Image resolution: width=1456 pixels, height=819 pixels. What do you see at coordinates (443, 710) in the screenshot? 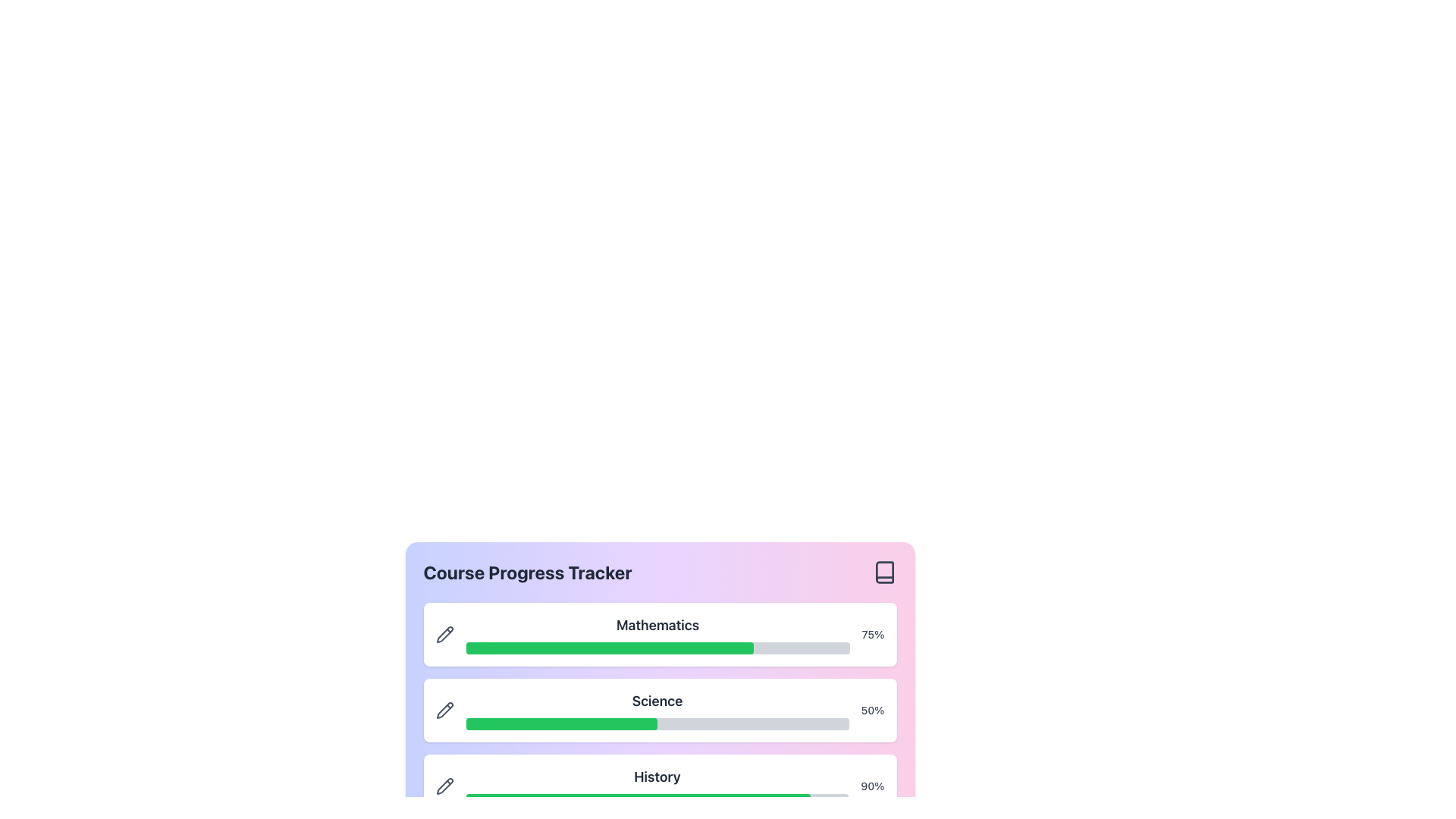
I see `the pencil icon` at bounding box center [443, 710].